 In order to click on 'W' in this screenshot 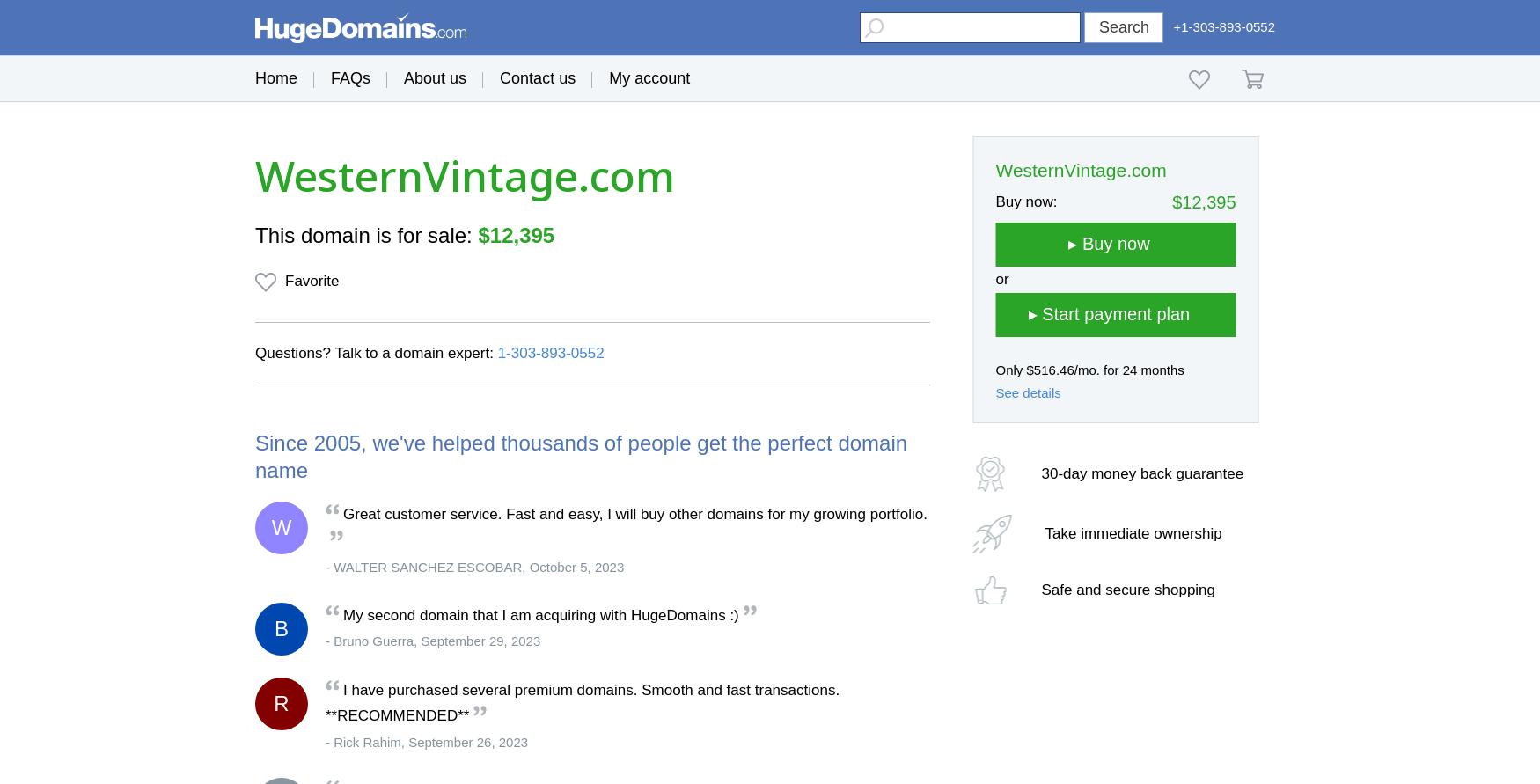, I will do `click(281, 527)`.